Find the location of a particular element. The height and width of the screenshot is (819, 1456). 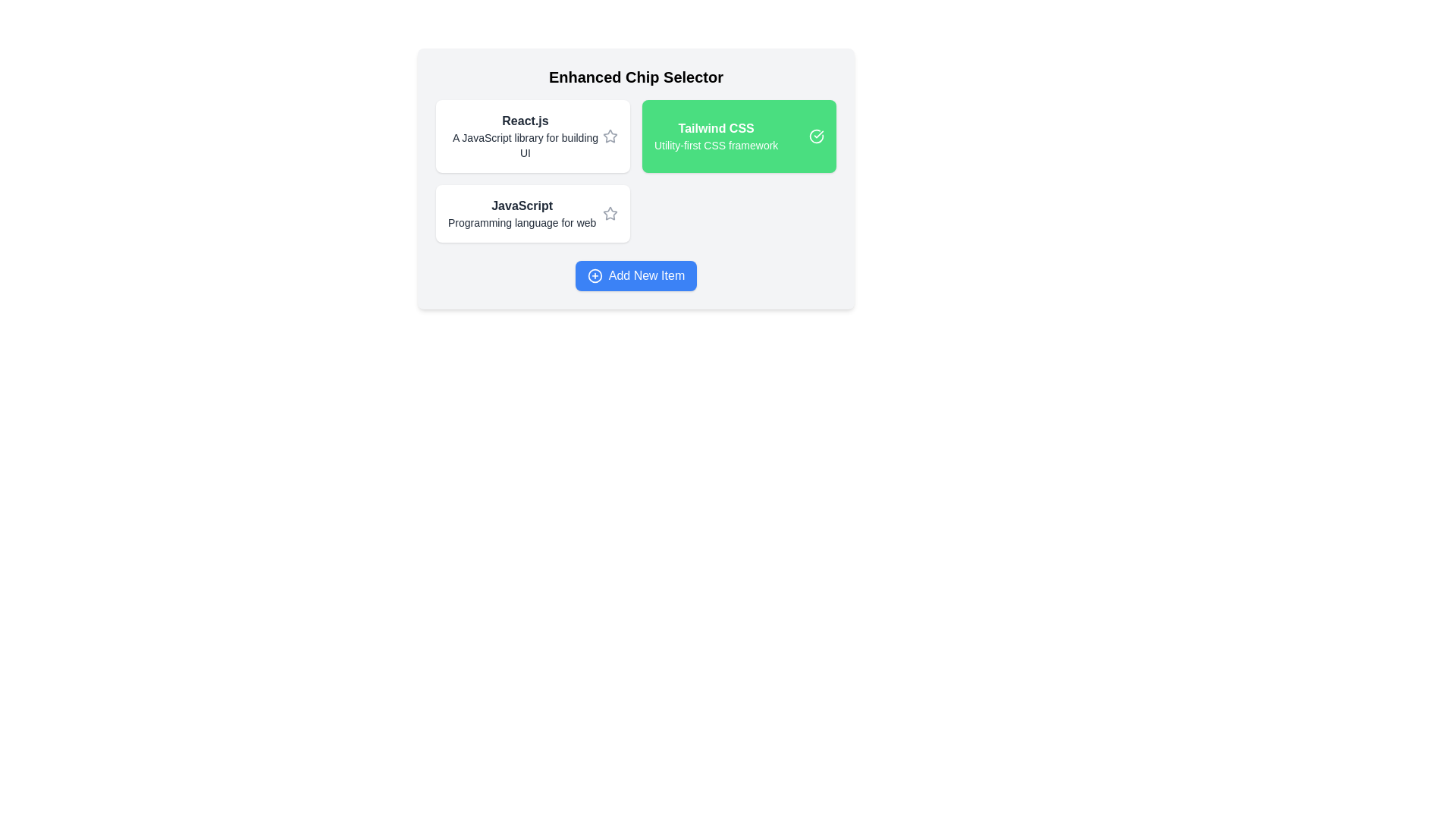

the star-shaped icon styled with gray color next to the 'JavaScript' text in the top-right corner of the card is located at coordinates (610, 213).